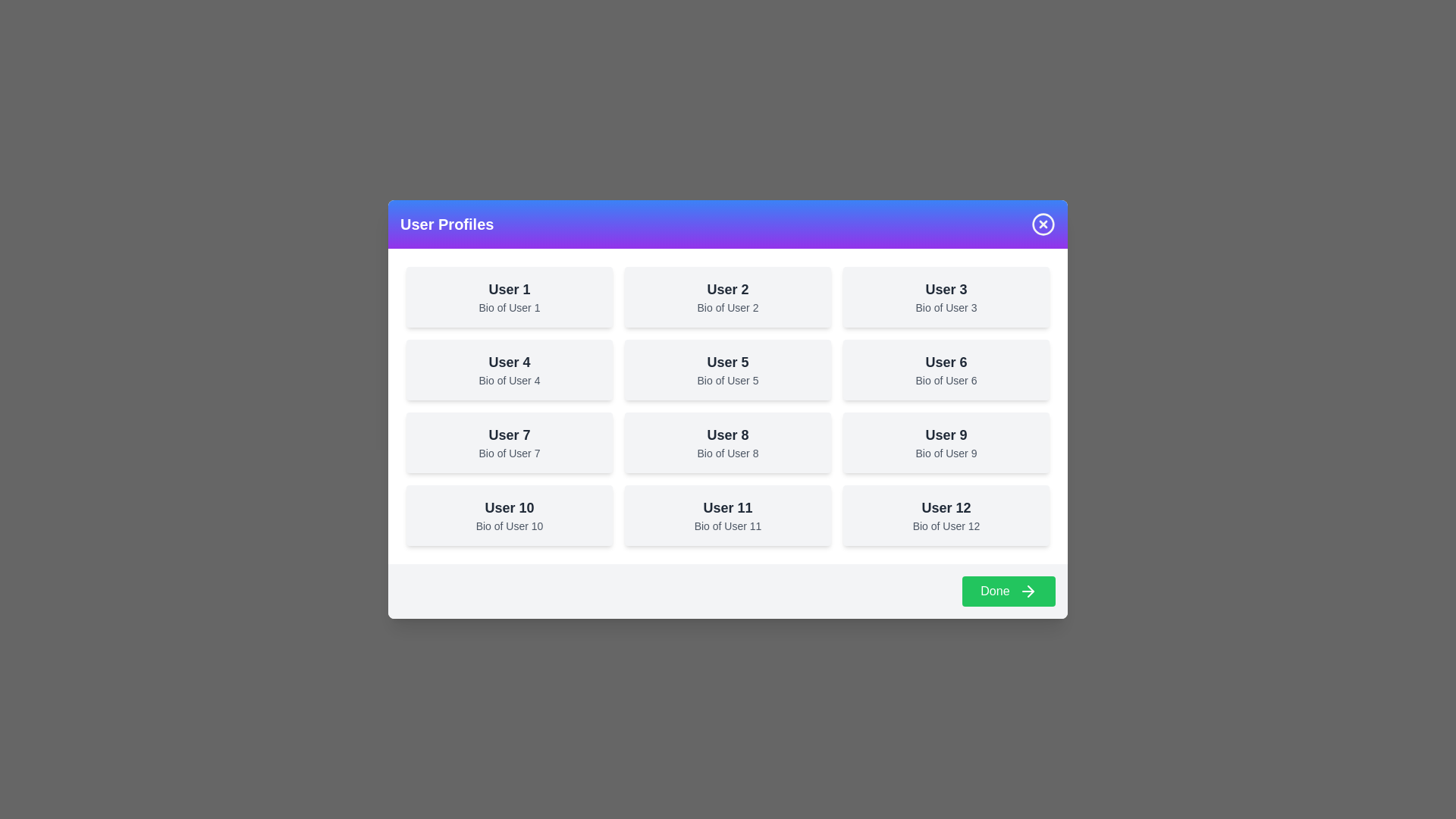 Image resolution: width=1456 pixels, height=819 pixels. I want to click on the 'Done' button to close the dialog, so click(1009, 590).